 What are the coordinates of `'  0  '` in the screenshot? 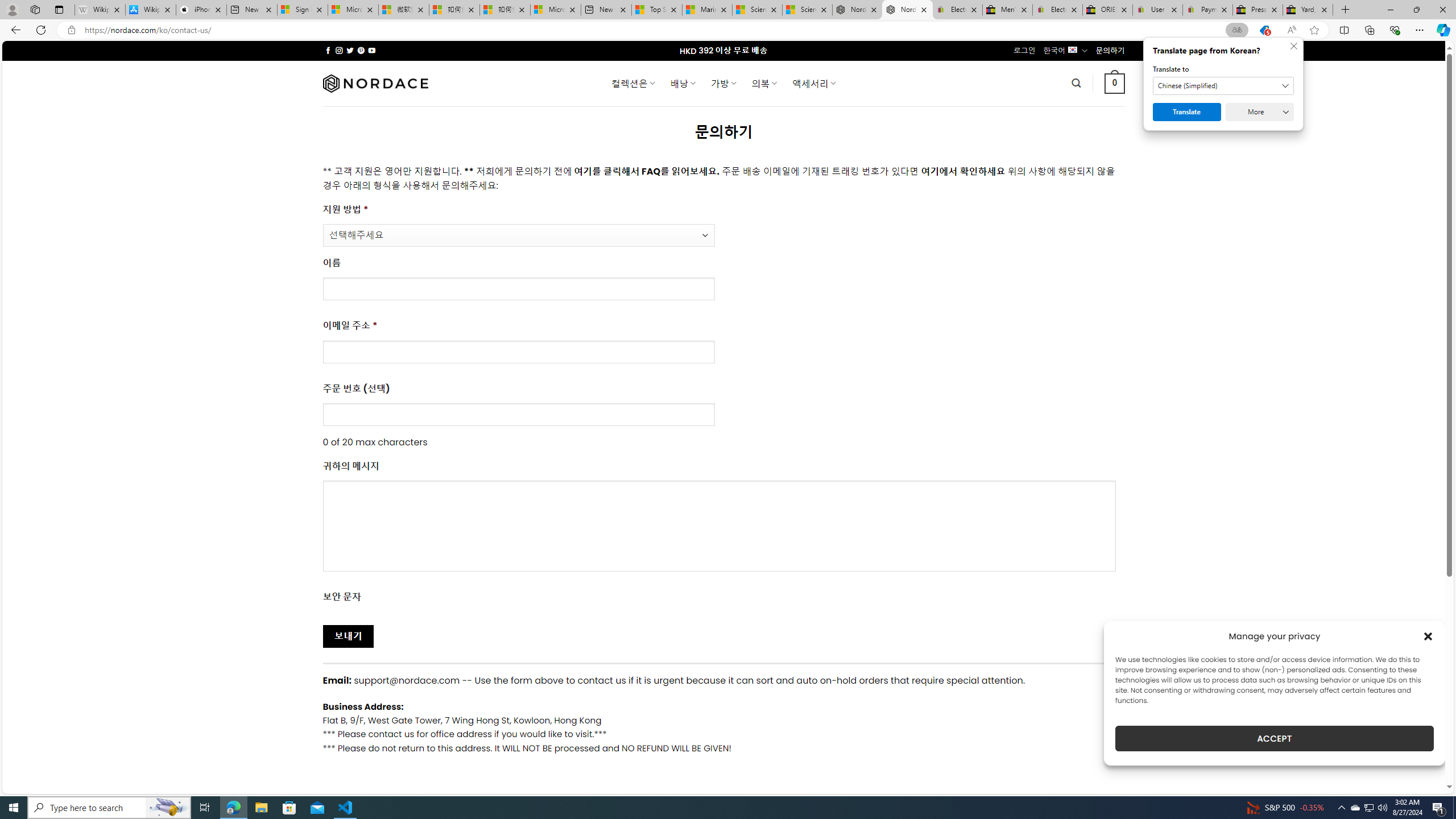 It's located at (1115, 82).